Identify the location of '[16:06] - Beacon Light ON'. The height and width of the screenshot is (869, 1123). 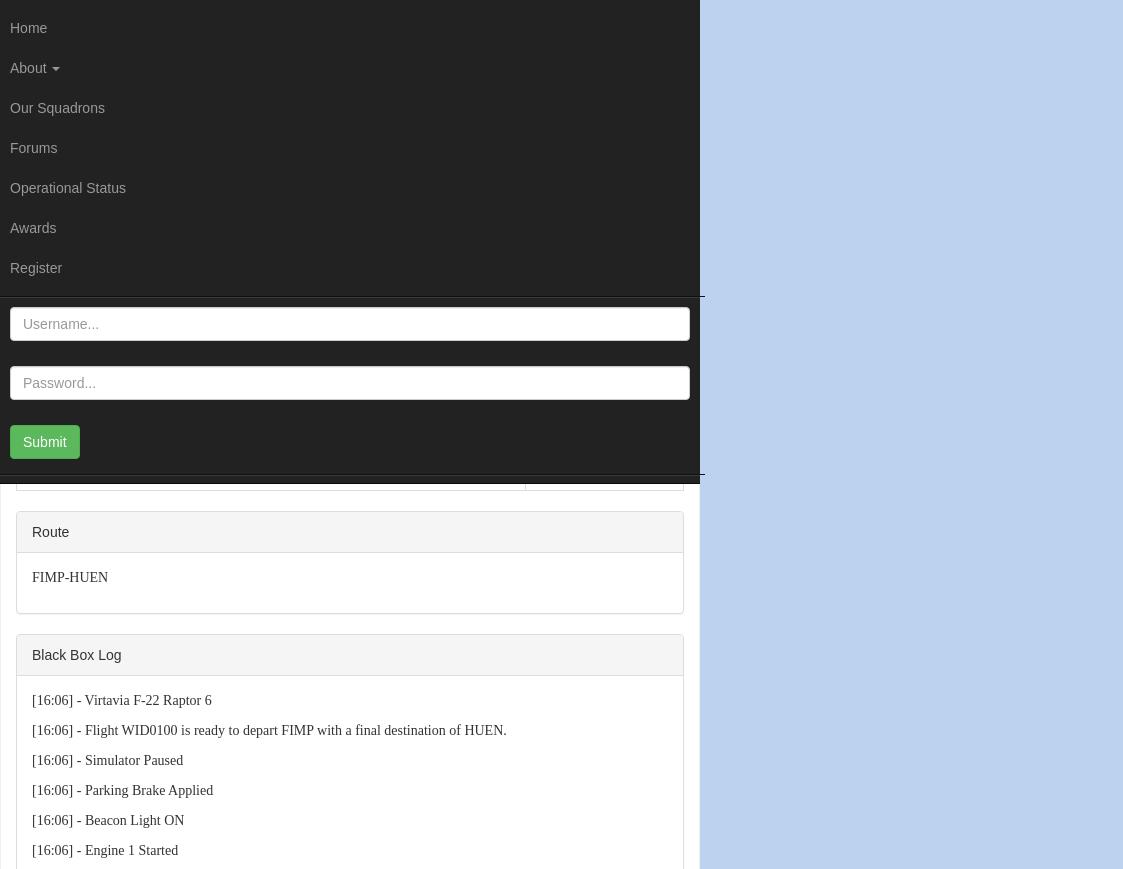
(107, 819).